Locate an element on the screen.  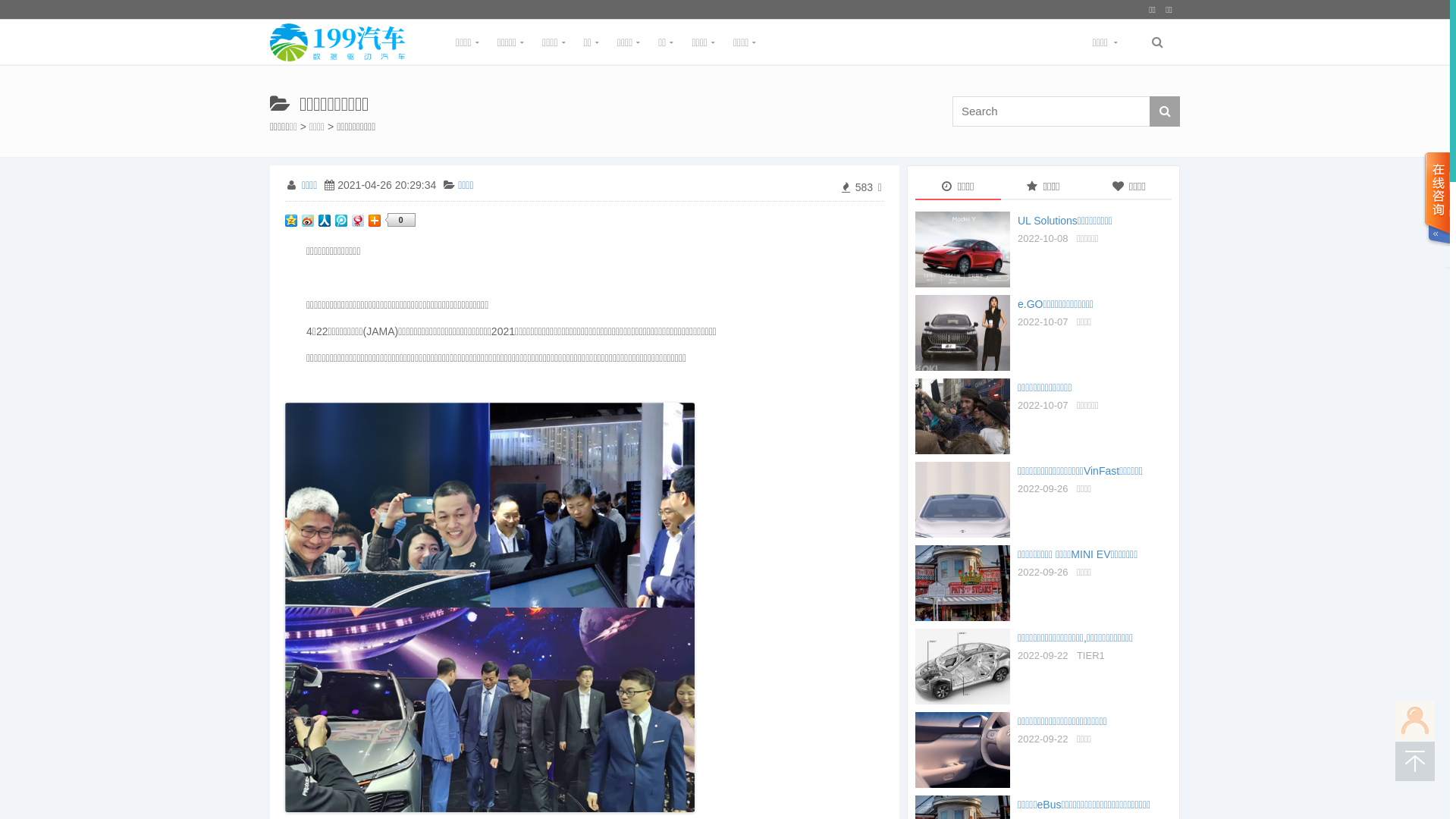
'TIER1' is located at coordinates (1090, 654).